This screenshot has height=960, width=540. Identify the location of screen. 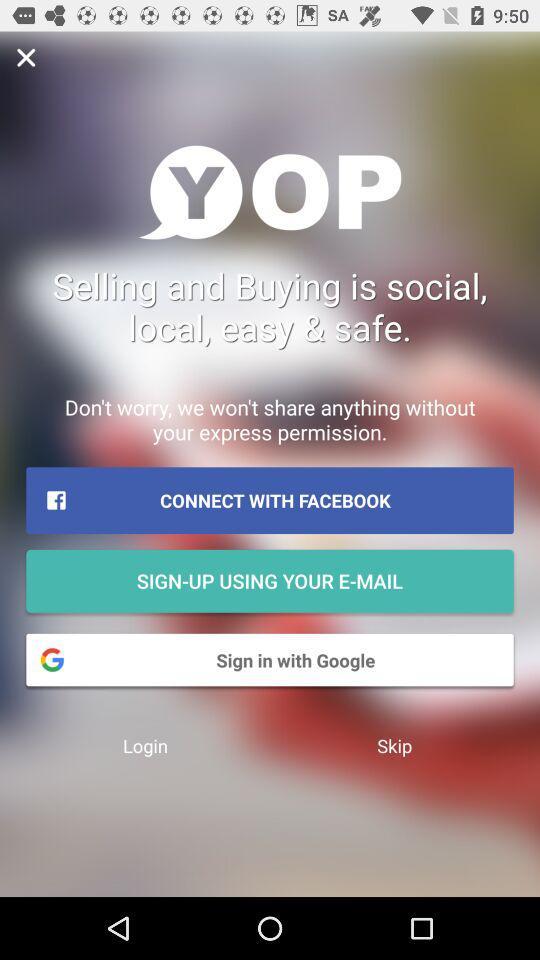
(25, 56).